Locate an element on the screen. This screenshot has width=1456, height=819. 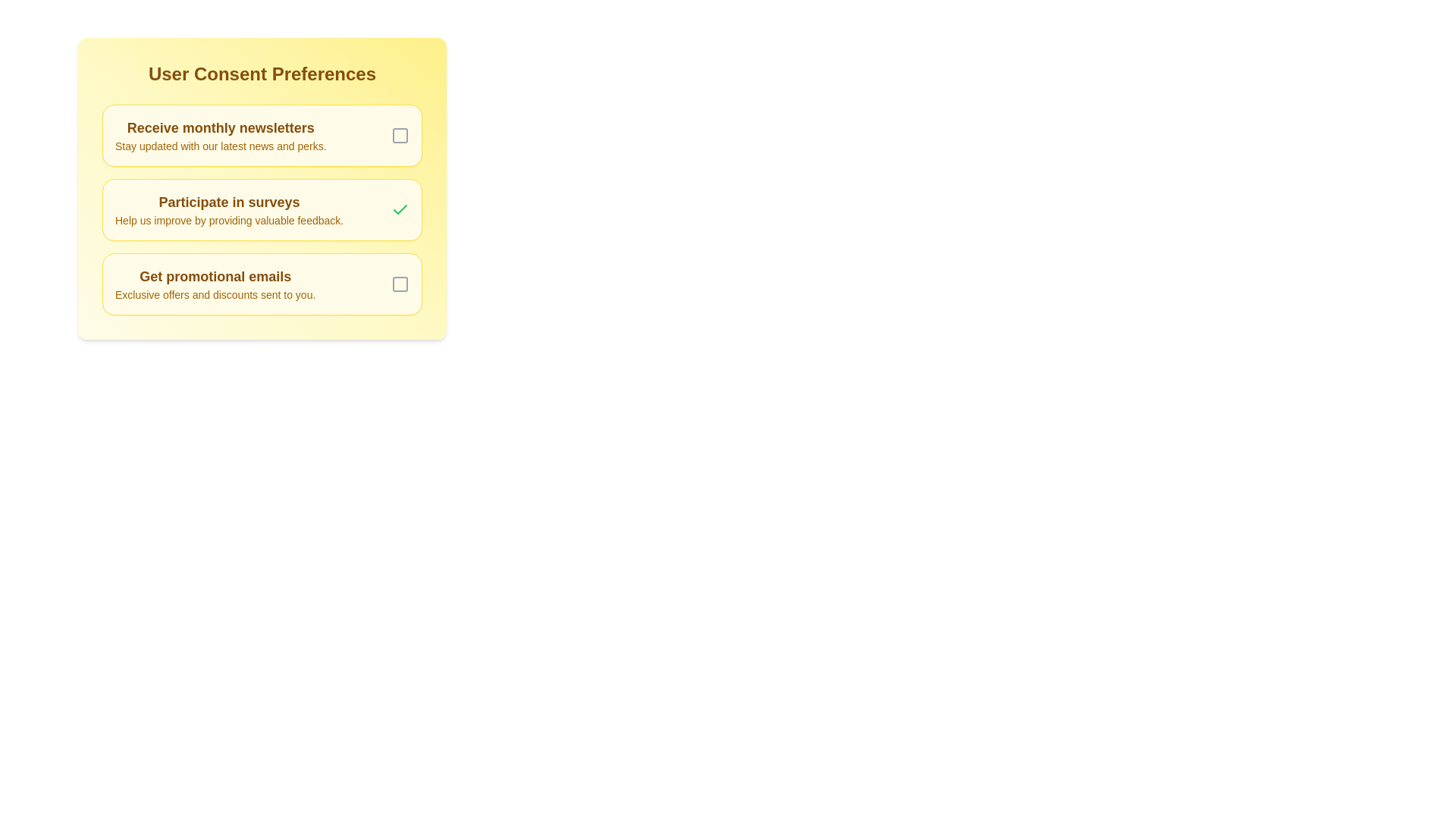
the square-shaped checkbox with a gray outline, located on the far right side of the 'Get promotional emails' section of the consent preferences interface is located at coordinates (400, 284).